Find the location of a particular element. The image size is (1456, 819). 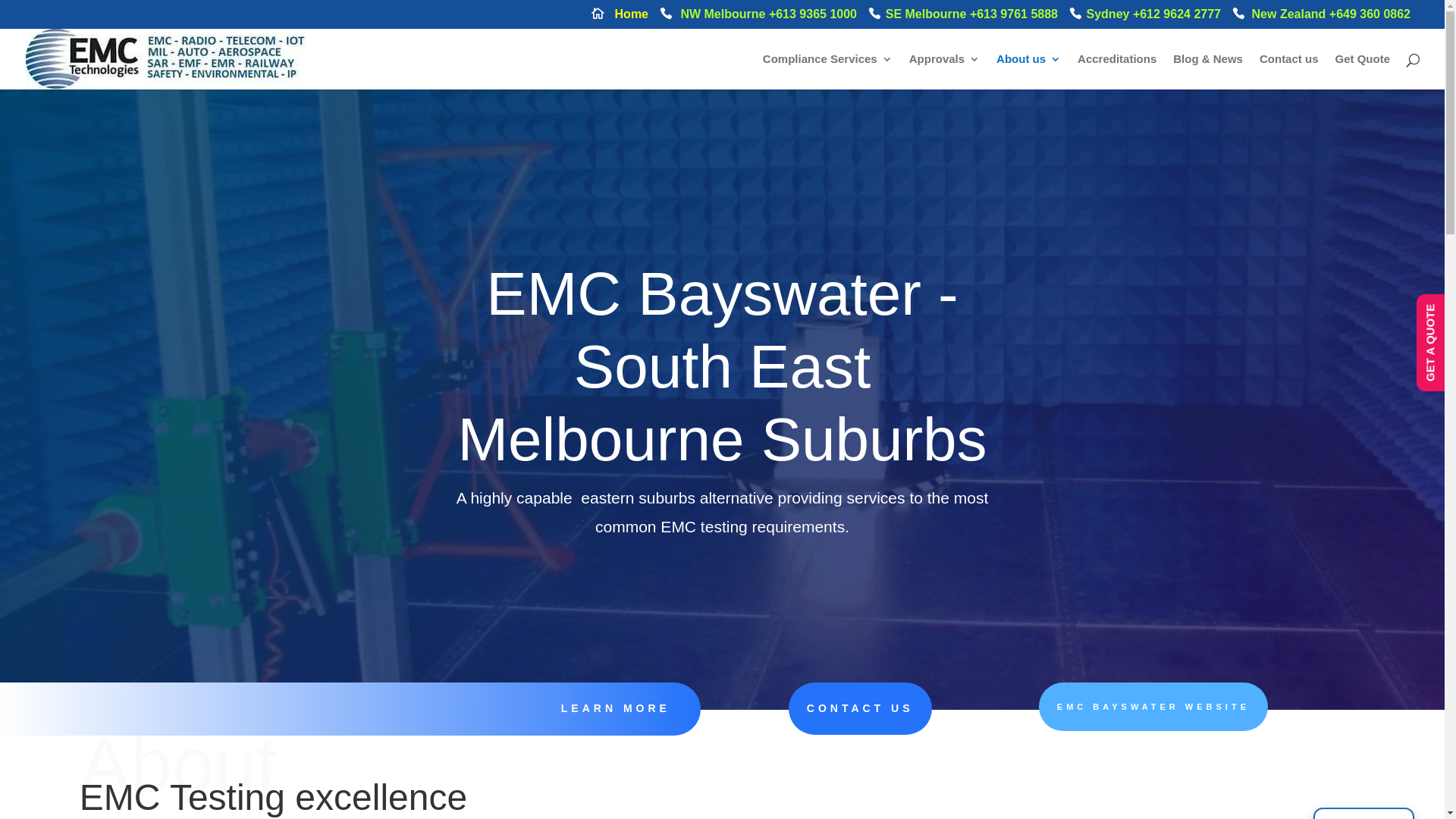

'Compliance Services' is located at coordinates (827, 71).